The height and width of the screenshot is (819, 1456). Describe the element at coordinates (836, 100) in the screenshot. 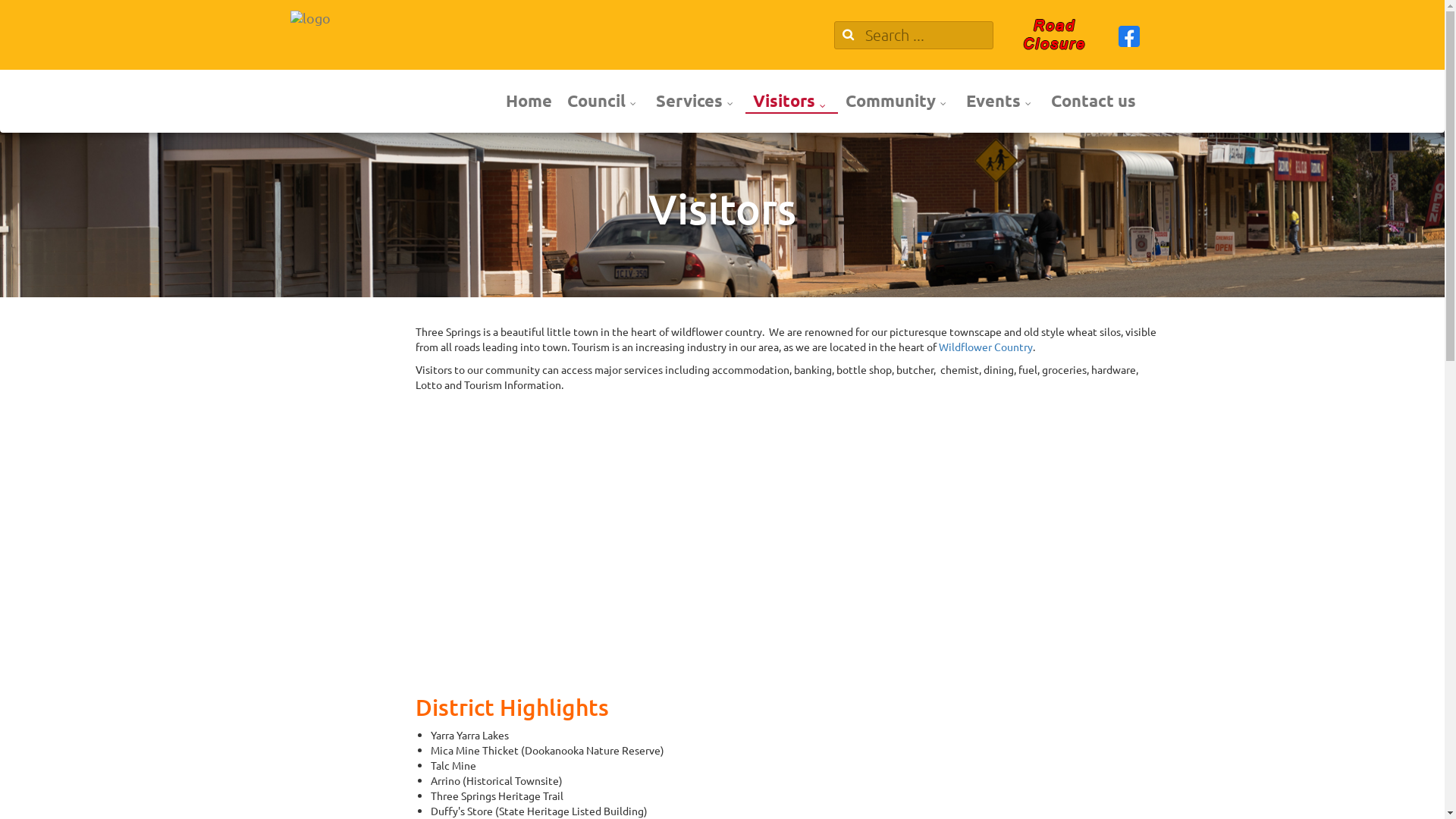

I see `'Community'` at that location.